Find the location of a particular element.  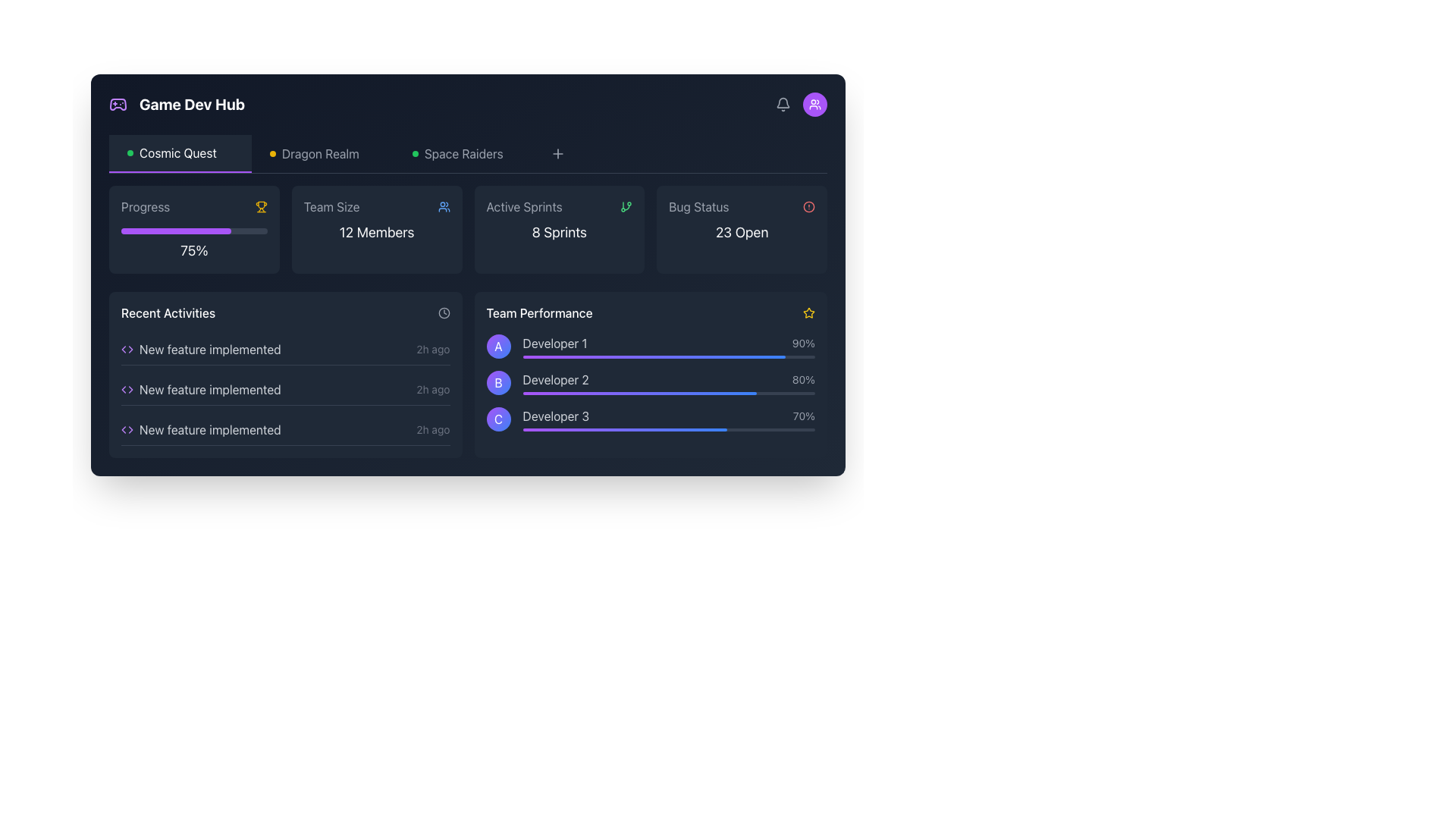

the 'Team Performance' text label, which displays white text in a medium font weight against a dark background, located in the upper section of a rectangular card component is located at coordinates (539, 312).